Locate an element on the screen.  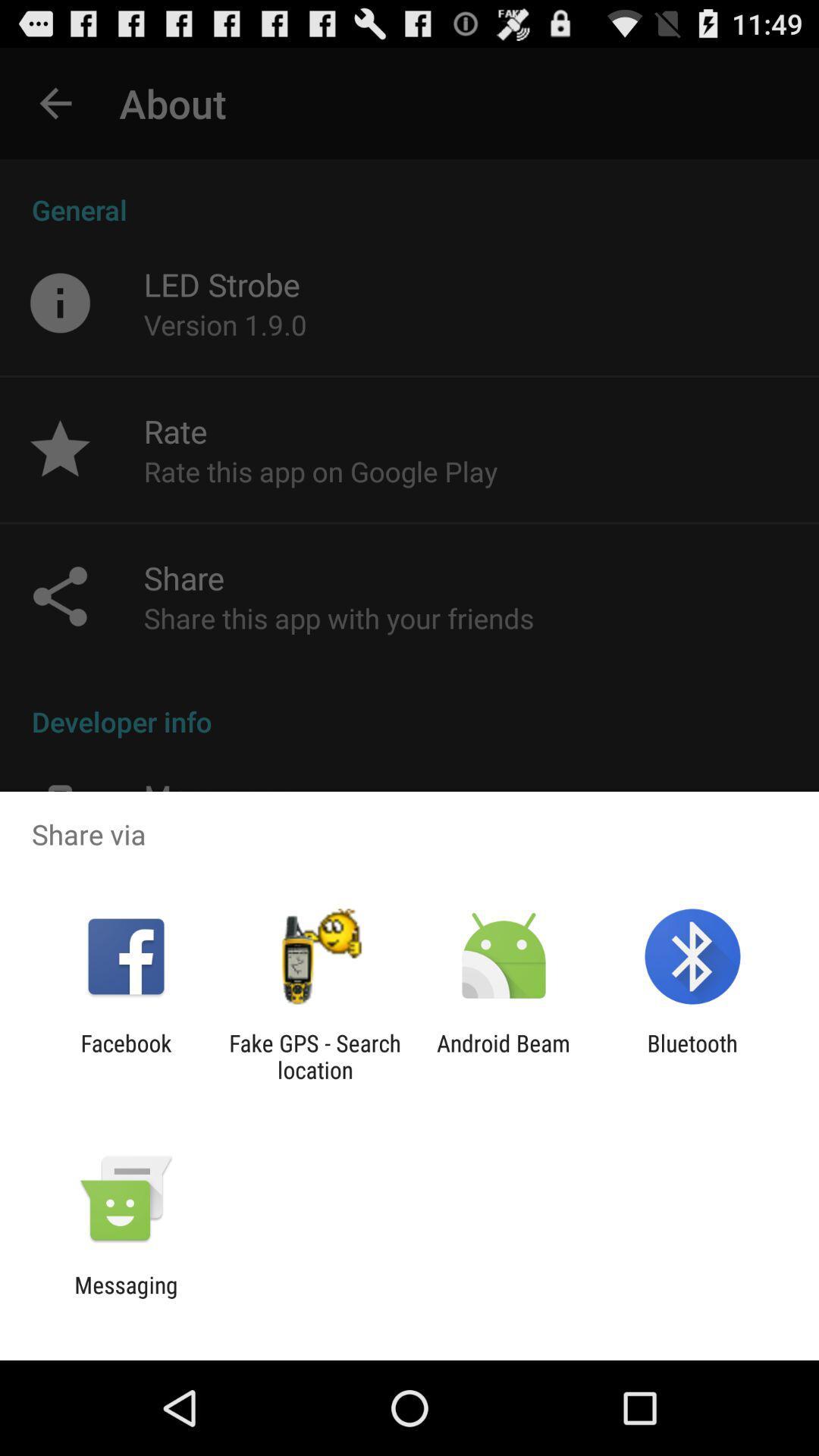
icon to the left of the bluetooth icon is located at coordinates (504, 1056).